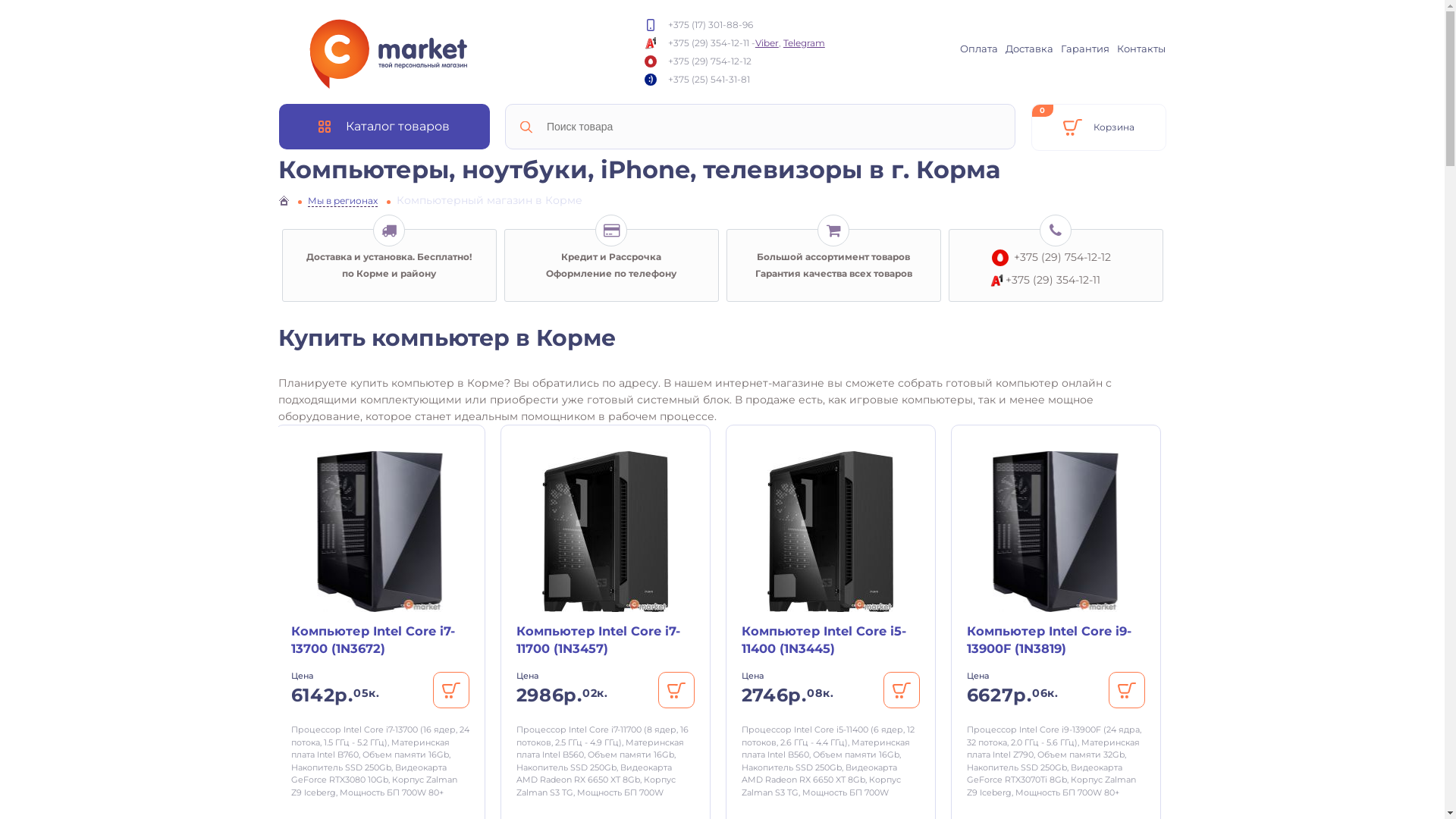  Describe the element at coordinates (783, 41) in the screenshot. I see `'Telegram'` at that location.